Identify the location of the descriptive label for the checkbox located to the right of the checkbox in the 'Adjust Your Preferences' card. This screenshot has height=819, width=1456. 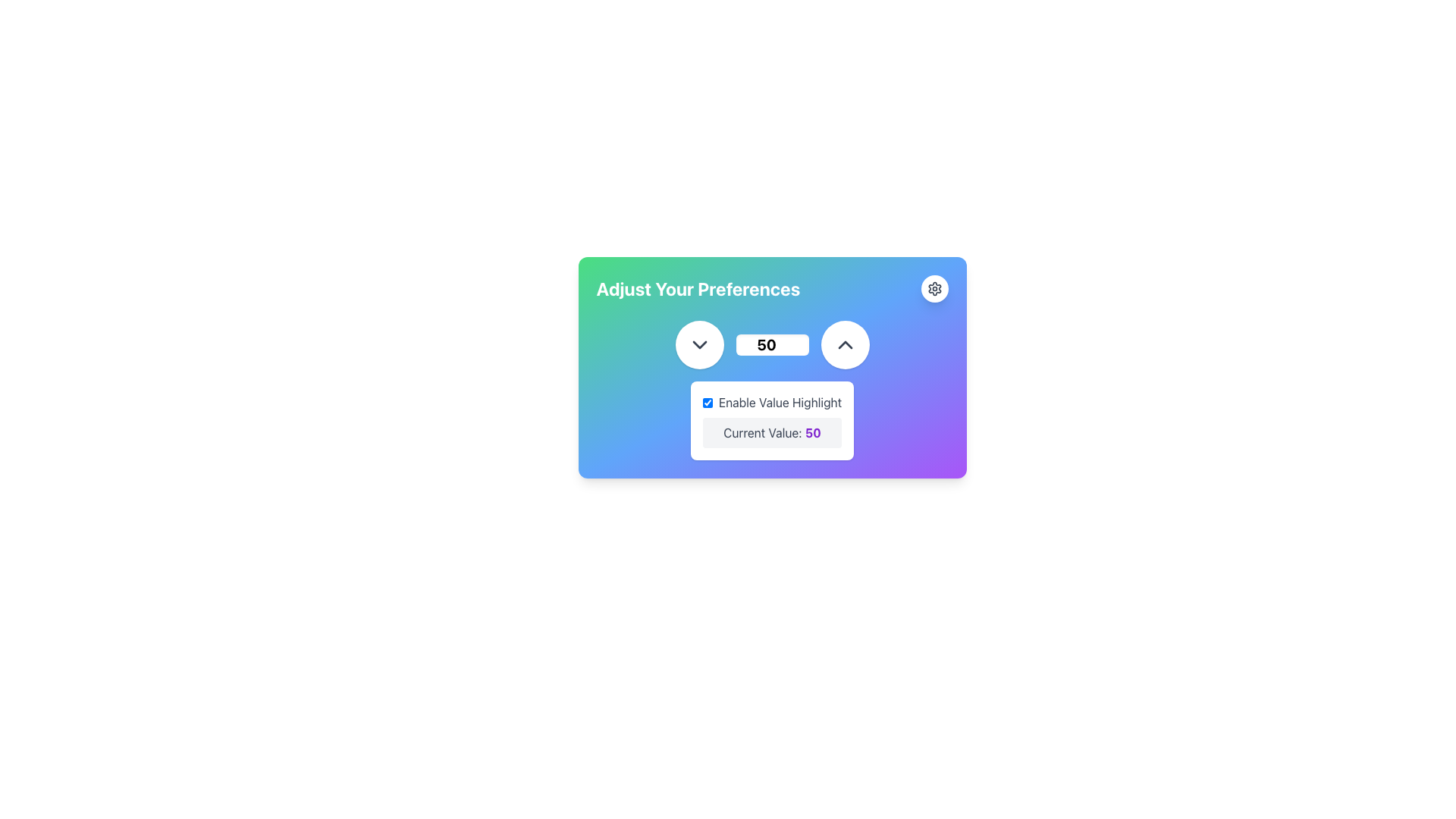
(780, 402).